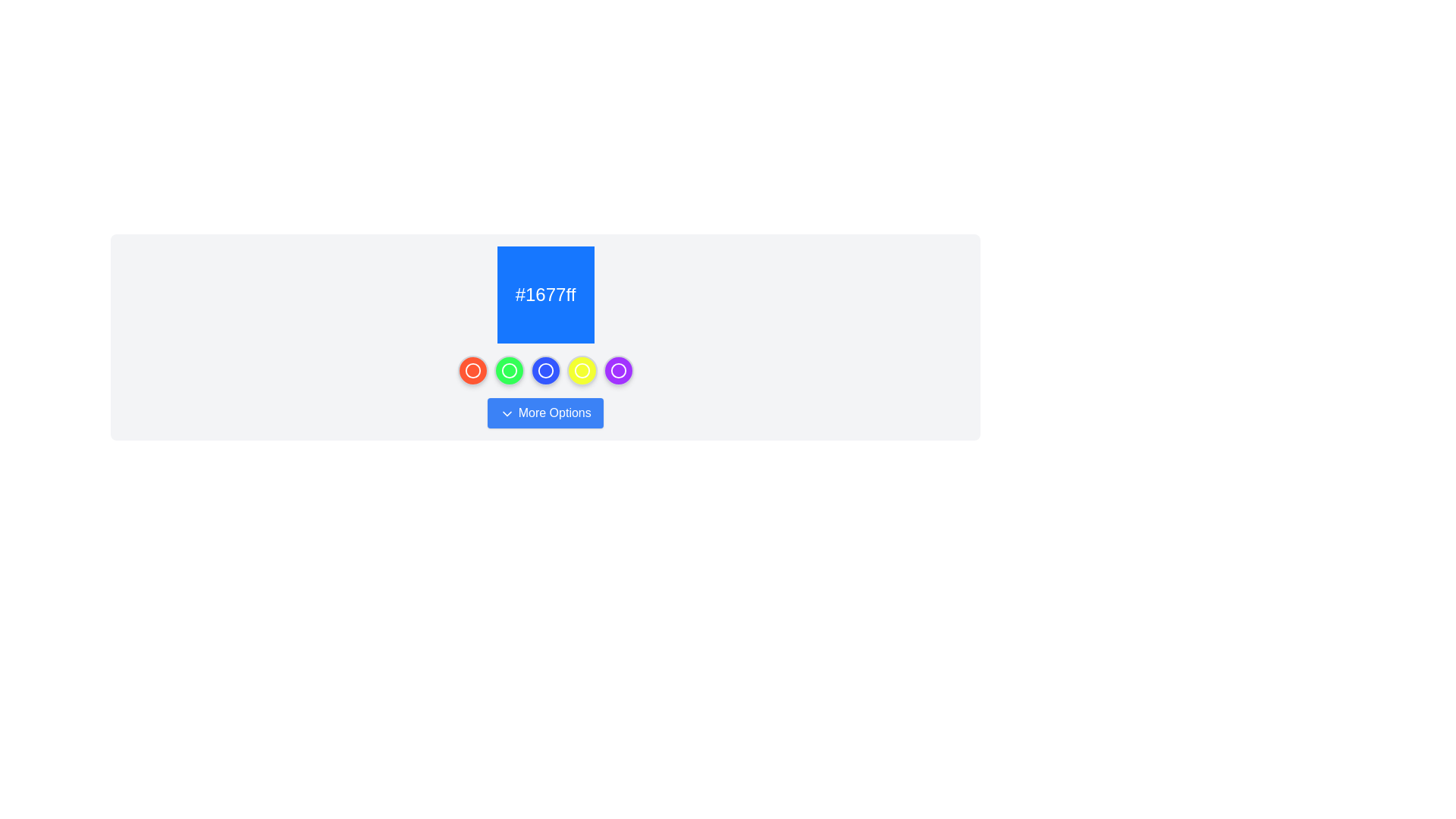 Image resolution: width=1456 pixels, height=819 pixels. What do you see at coordinates (507, 413) in the screenshot?
I see `the chevron icon located to the left of the 'More Options' button` at bounding box center [507, 413].